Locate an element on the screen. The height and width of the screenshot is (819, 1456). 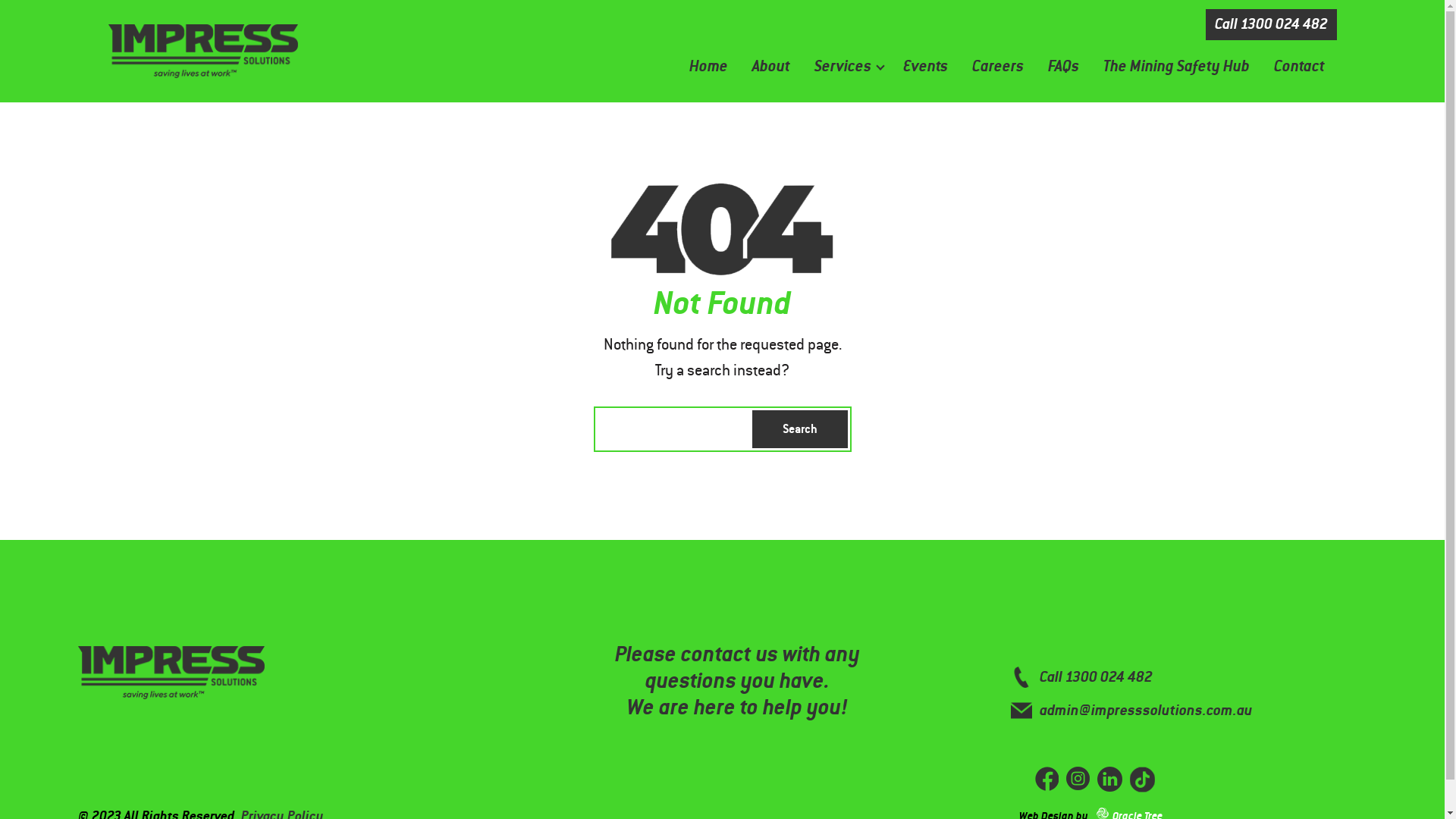
'Careers' is located at coordinates (997, 65).